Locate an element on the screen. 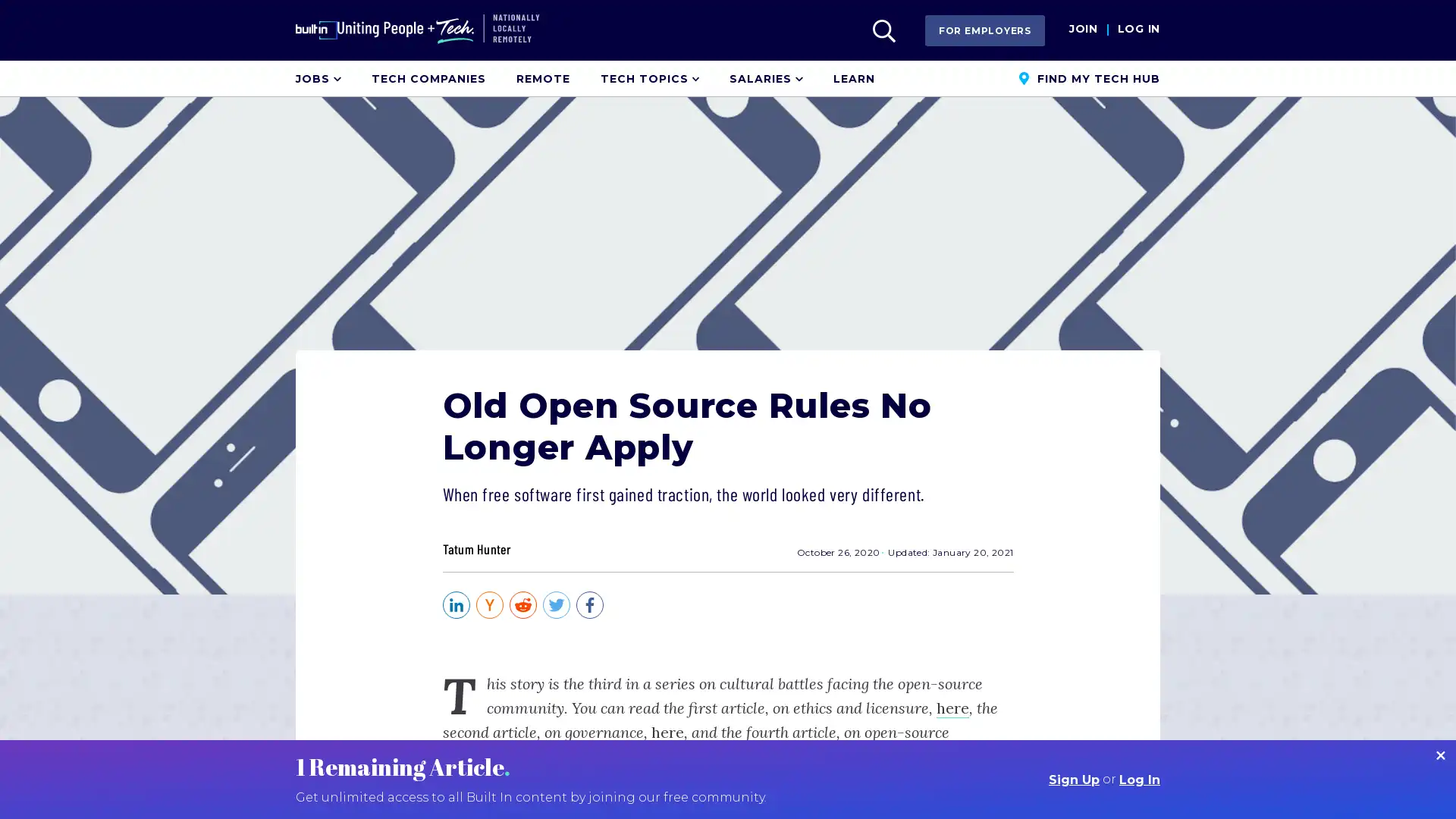  Log In is located at coordinates (1139, 780).